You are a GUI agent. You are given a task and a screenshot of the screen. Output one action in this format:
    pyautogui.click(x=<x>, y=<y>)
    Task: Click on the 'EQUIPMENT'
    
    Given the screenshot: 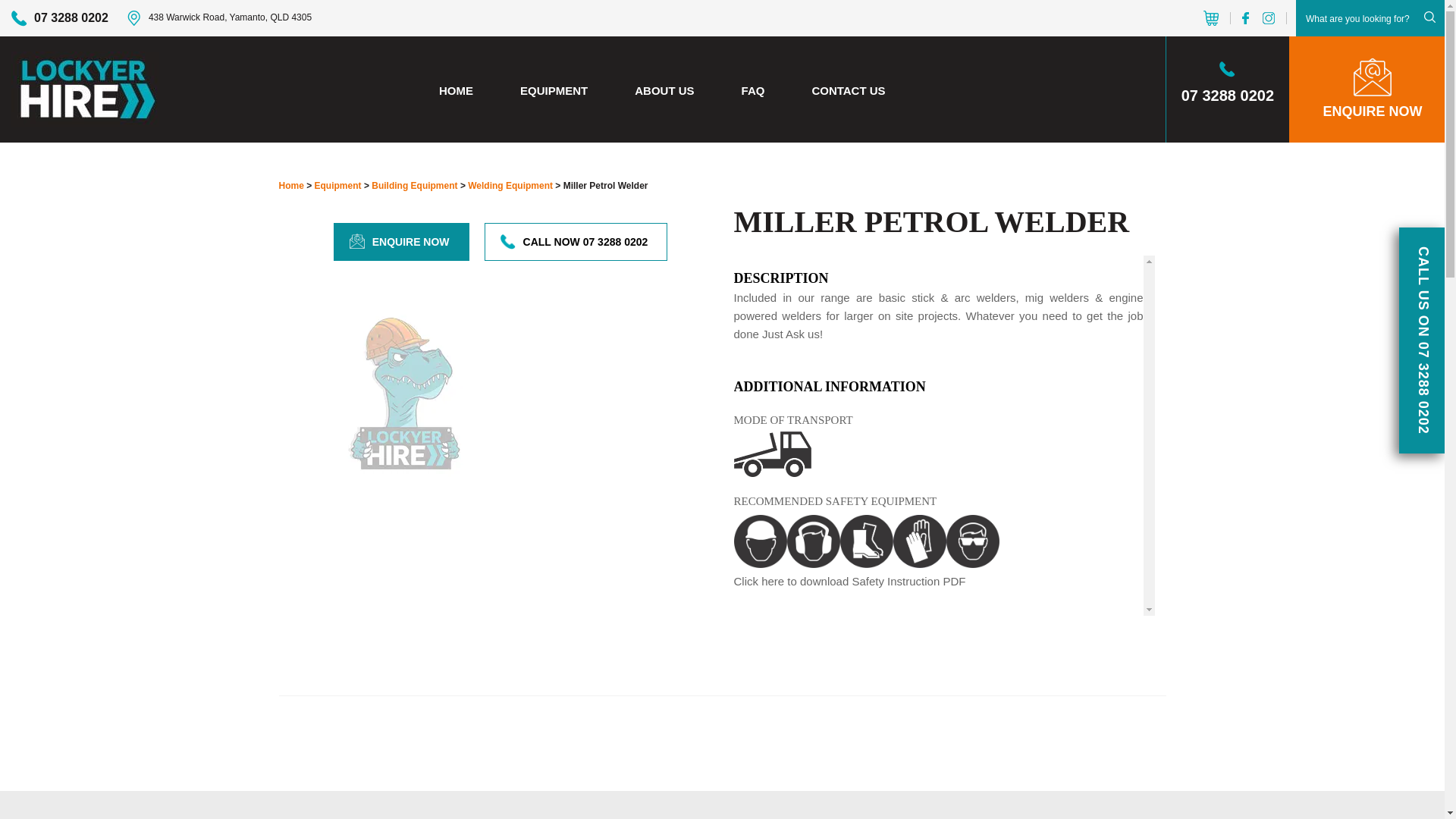 What is the action you would take?
    pyautogui.click(x=553, y=90)
    